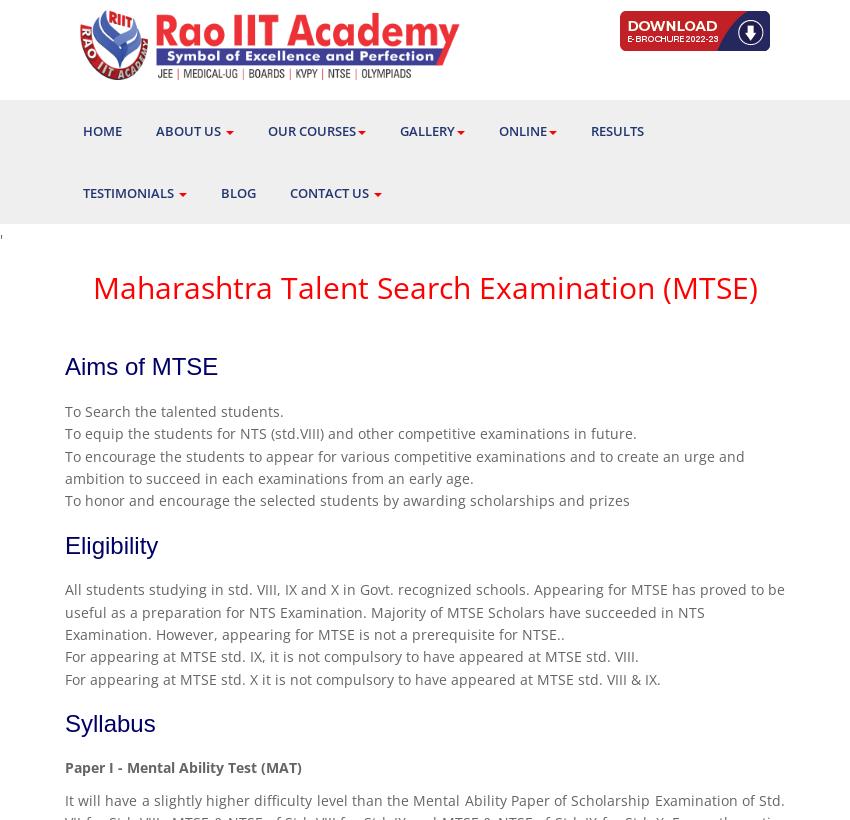 This screenshot has height=820, width=850. What do you see at coordinates (424, 287) in the screenshot?
I see `'Maharashtra Talent Search Examination (MTSE)'` at bounding box center [424, 287].